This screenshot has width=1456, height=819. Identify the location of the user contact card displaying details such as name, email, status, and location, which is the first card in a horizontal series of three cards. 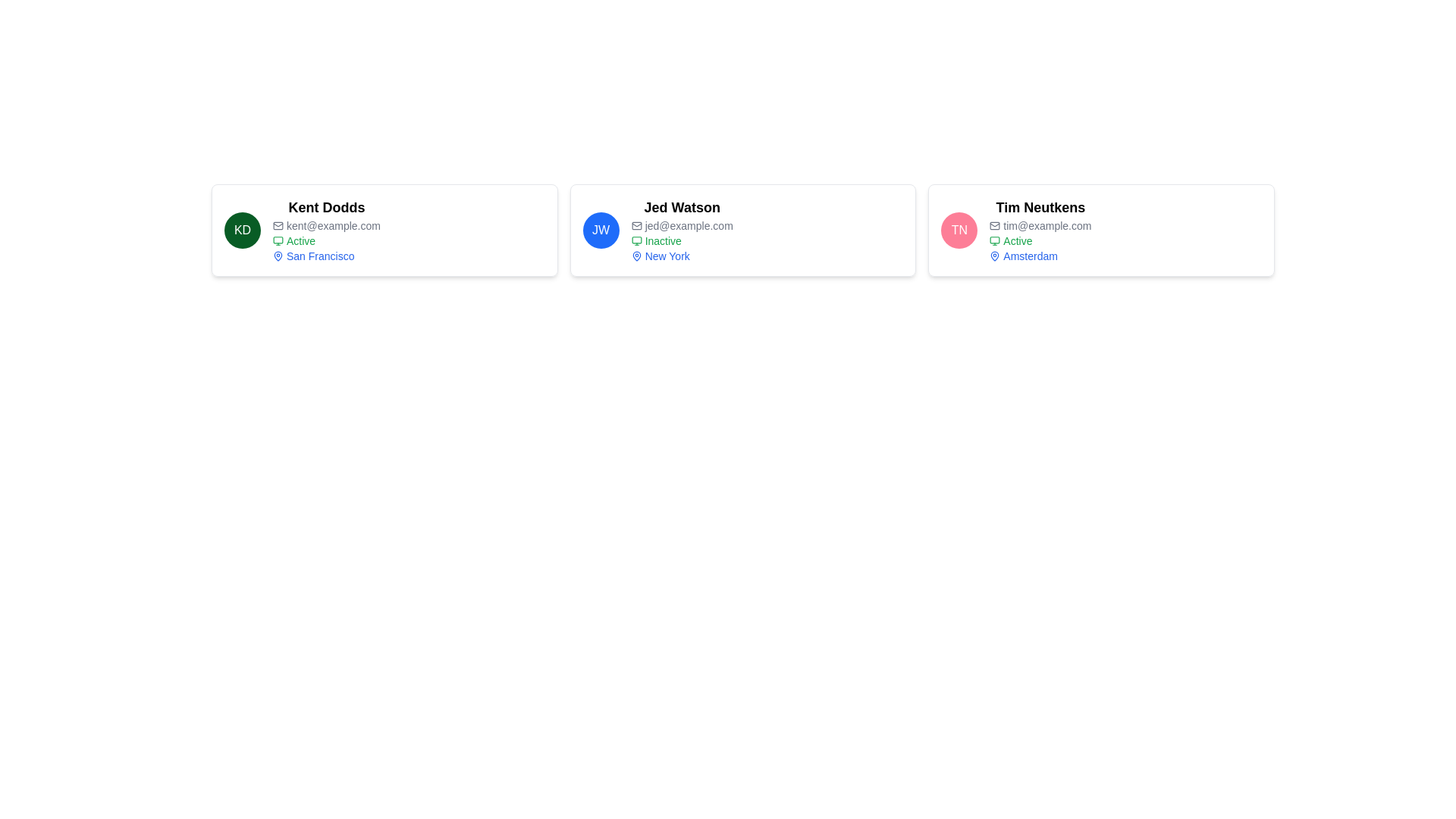
(384, 231).